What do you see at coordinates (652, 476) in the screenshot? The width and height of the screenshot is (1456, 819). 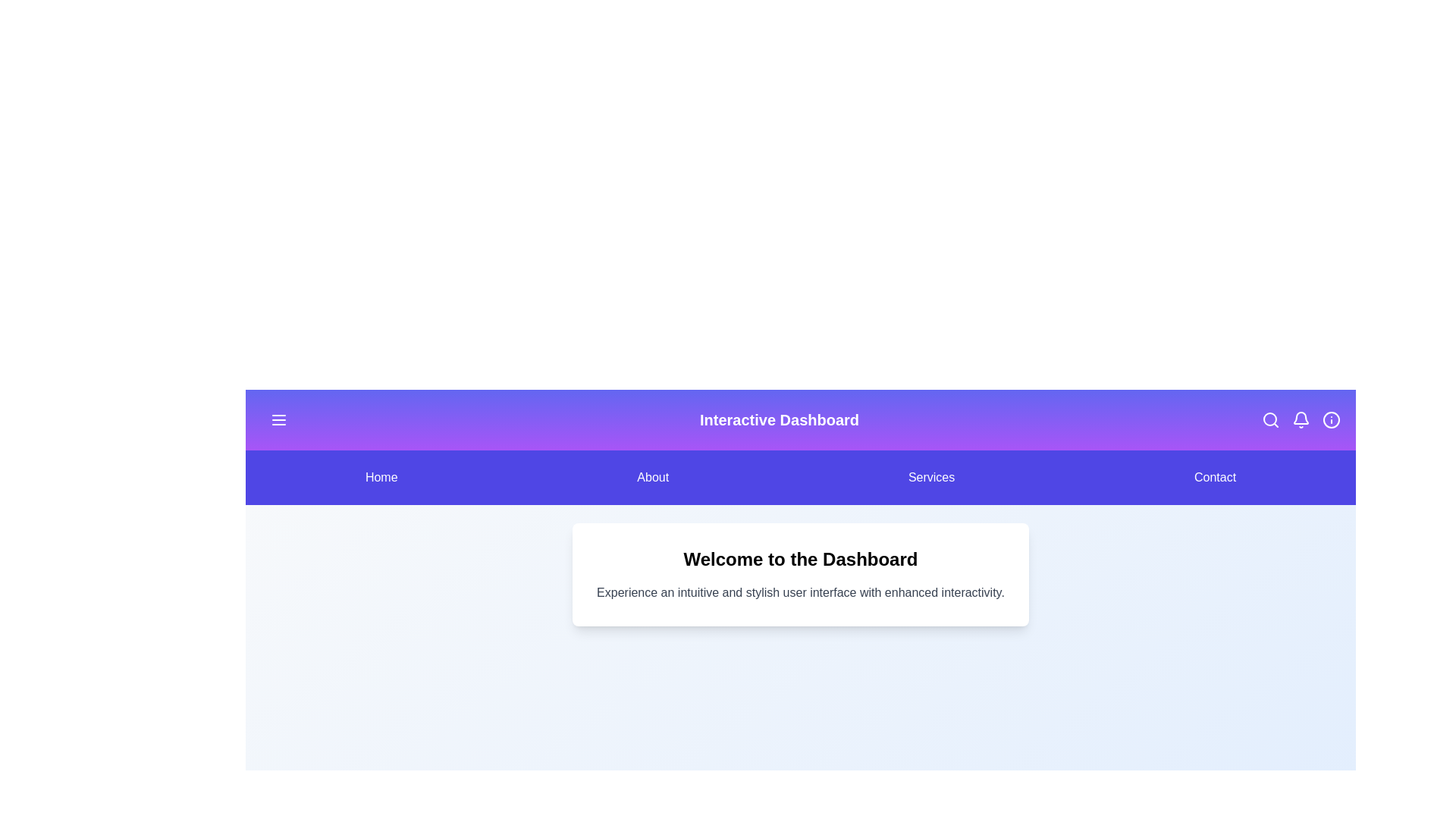 I see `the menu item About to navigate to the corresponding section` at bounding box center [652, 476].